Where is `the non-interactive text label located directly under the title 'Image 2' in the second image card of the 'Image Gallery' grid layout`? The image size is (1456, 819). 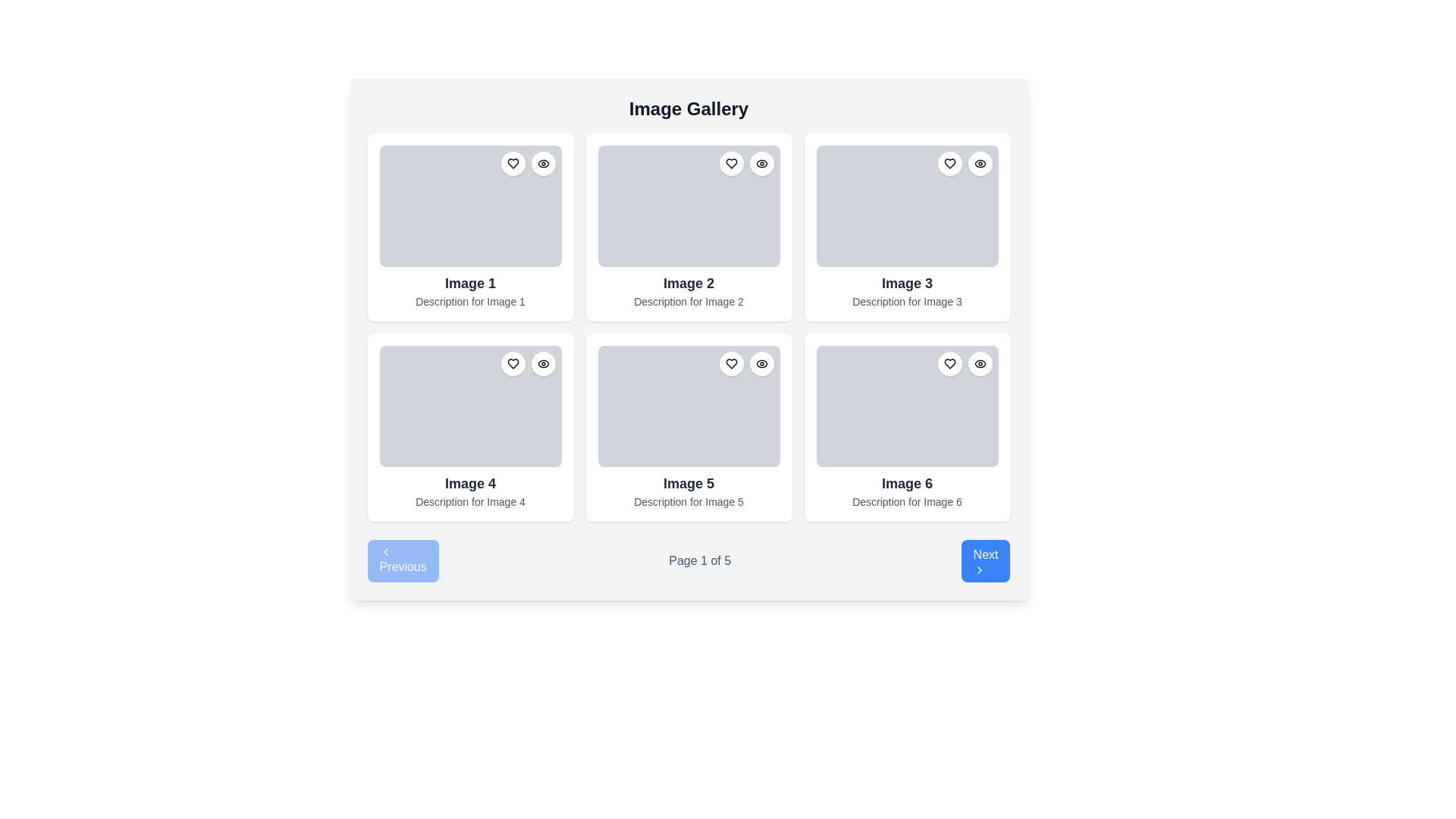
the non-interactive text label located directly under the title 'Image 2' in the second image card of the 'Image Gallery' grid layout is located at coordinates (688, 301).